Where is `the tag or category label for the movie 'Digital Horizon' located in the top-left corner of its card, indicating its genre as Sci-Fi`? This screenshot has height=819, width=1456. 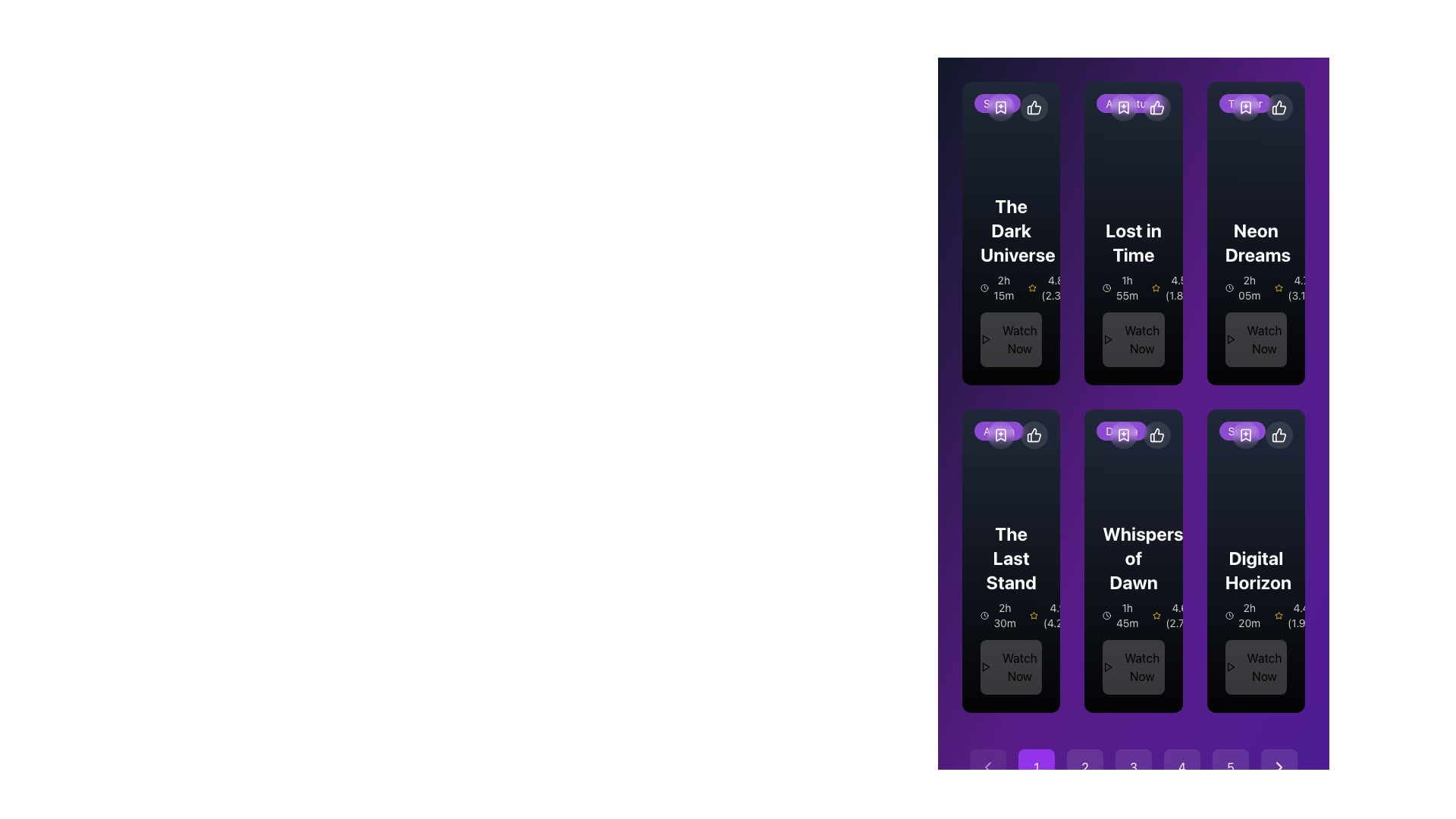 the tag or category label for the movie 'Digital Horizon' located in the top-left corner of its card, indicating its genre as Sci-Fi is located at coordinates (1242, 431).